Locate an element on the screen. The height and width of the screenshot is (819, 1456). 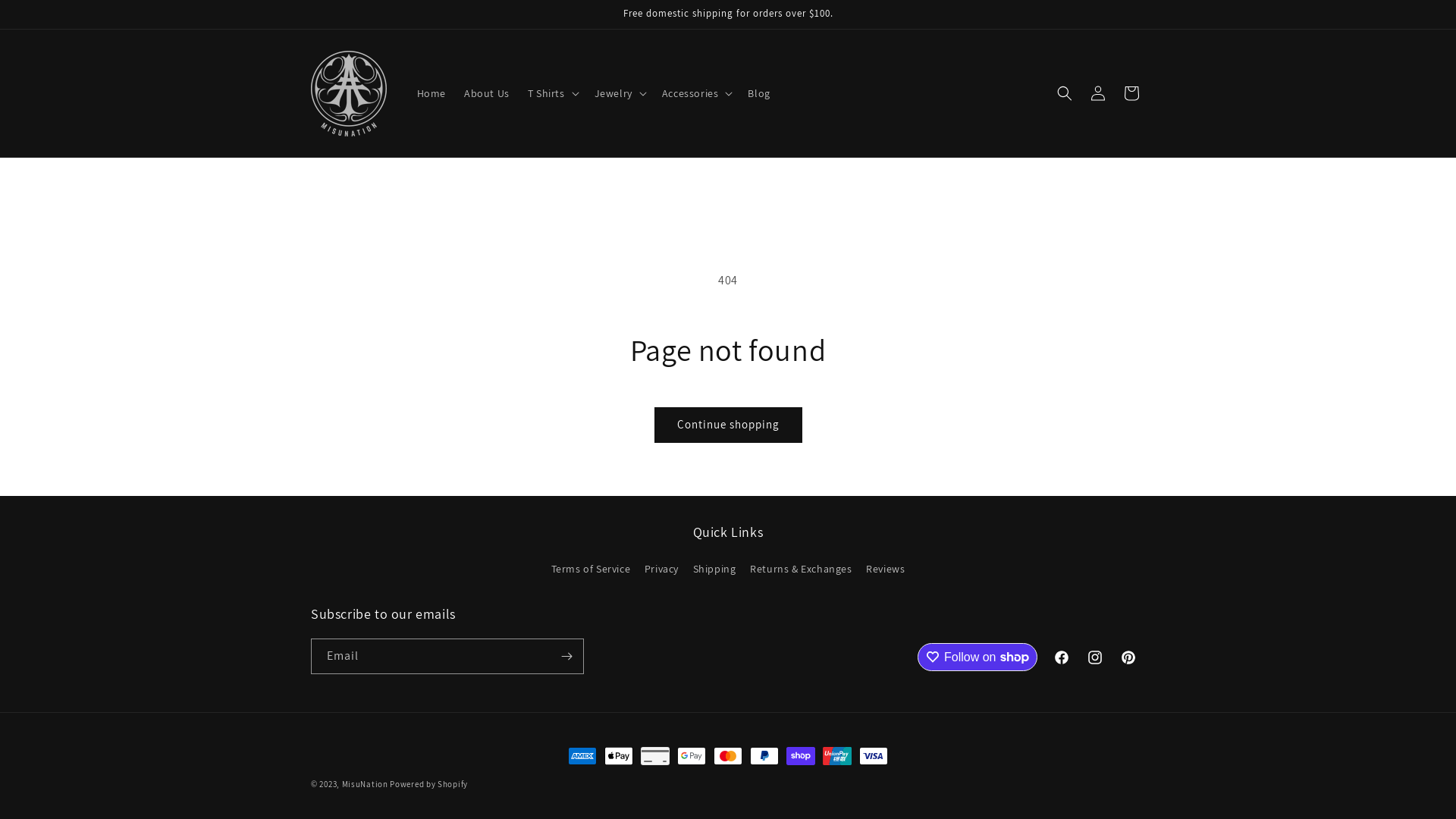
'Privacy' is located at coordinates (661, 569).